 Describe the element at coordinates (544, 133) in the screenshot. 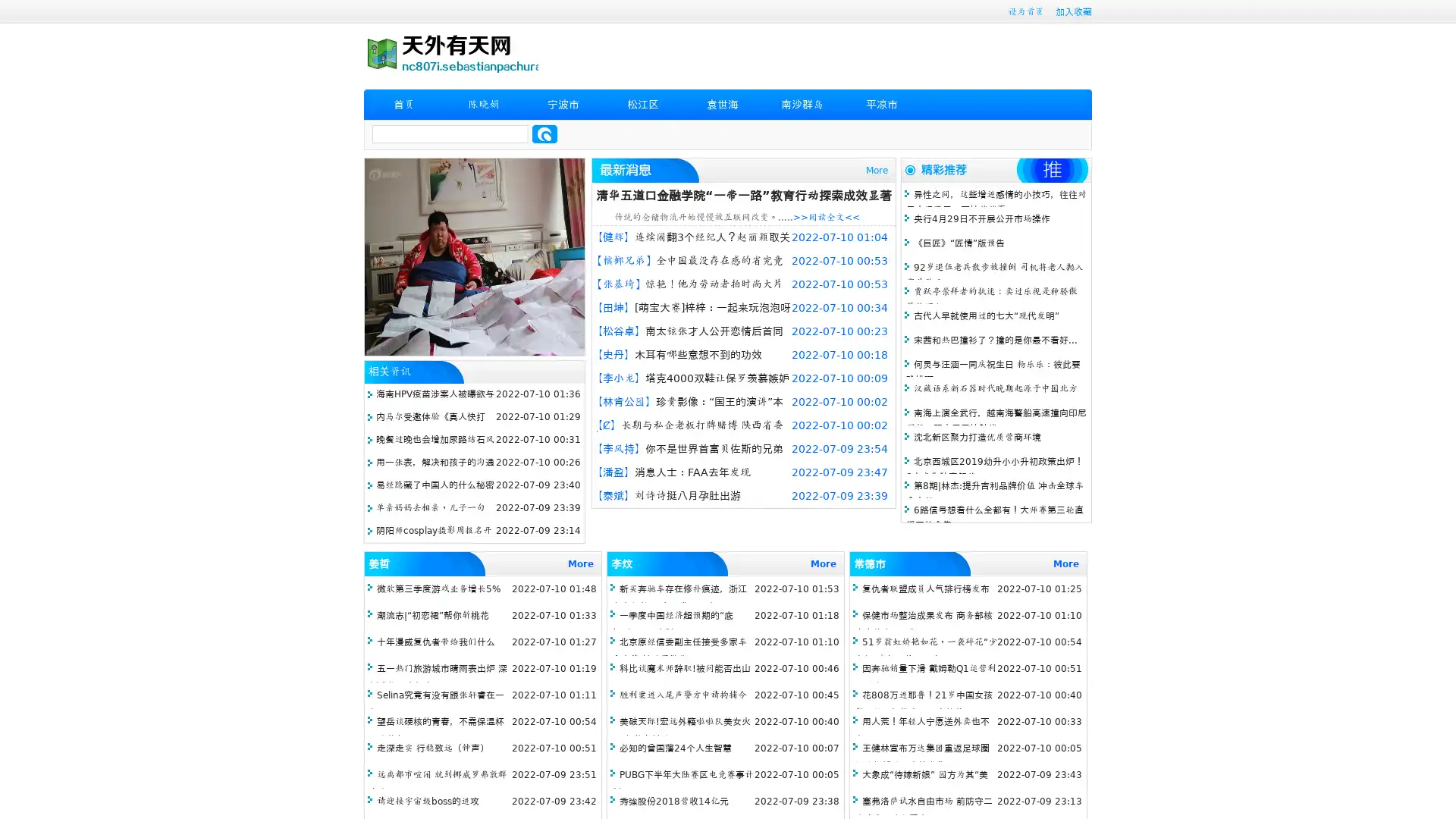

I see `Search` at that location.